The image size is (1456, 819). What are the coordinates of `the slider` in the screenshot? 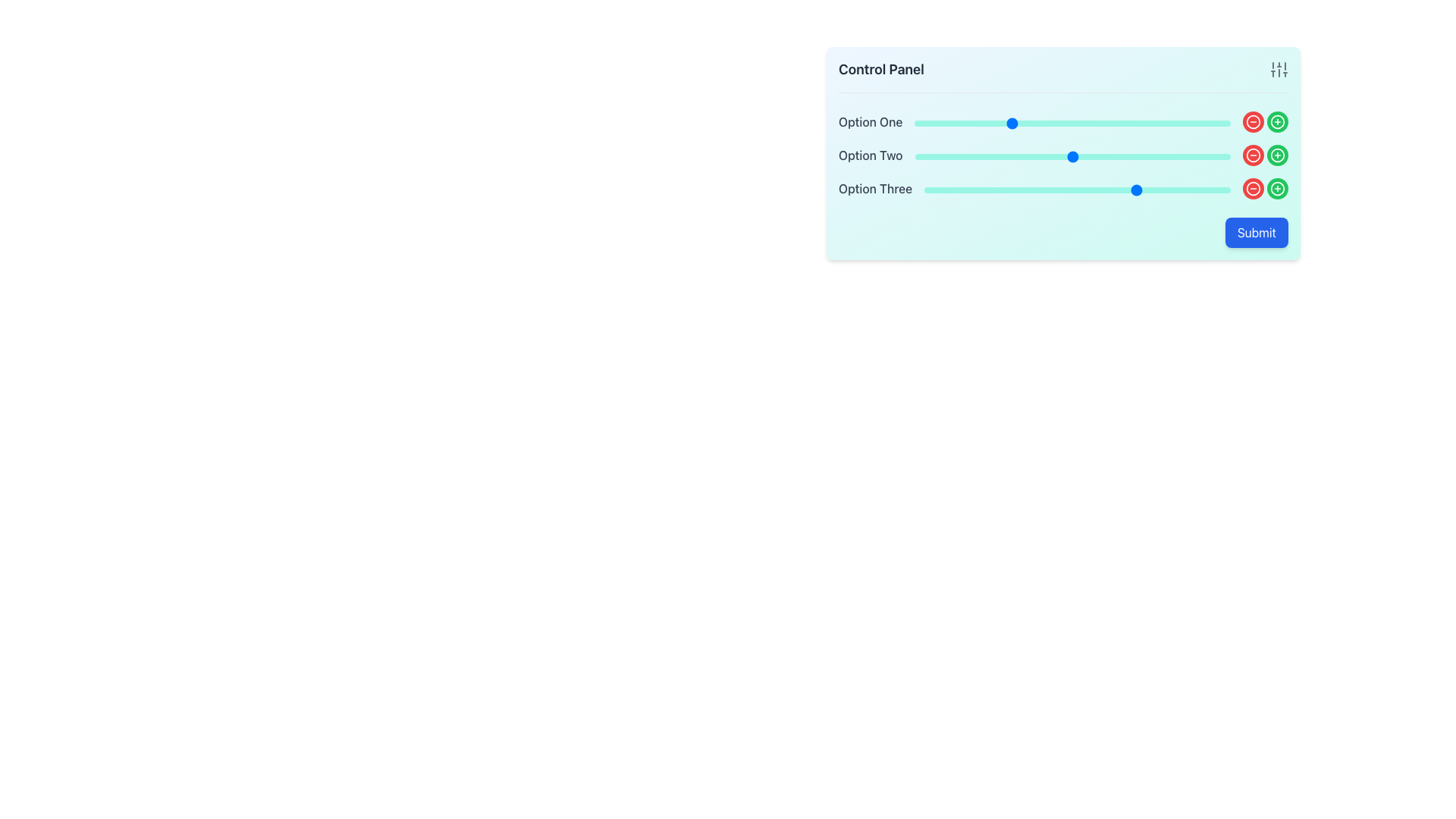 It's located at (946, 122).